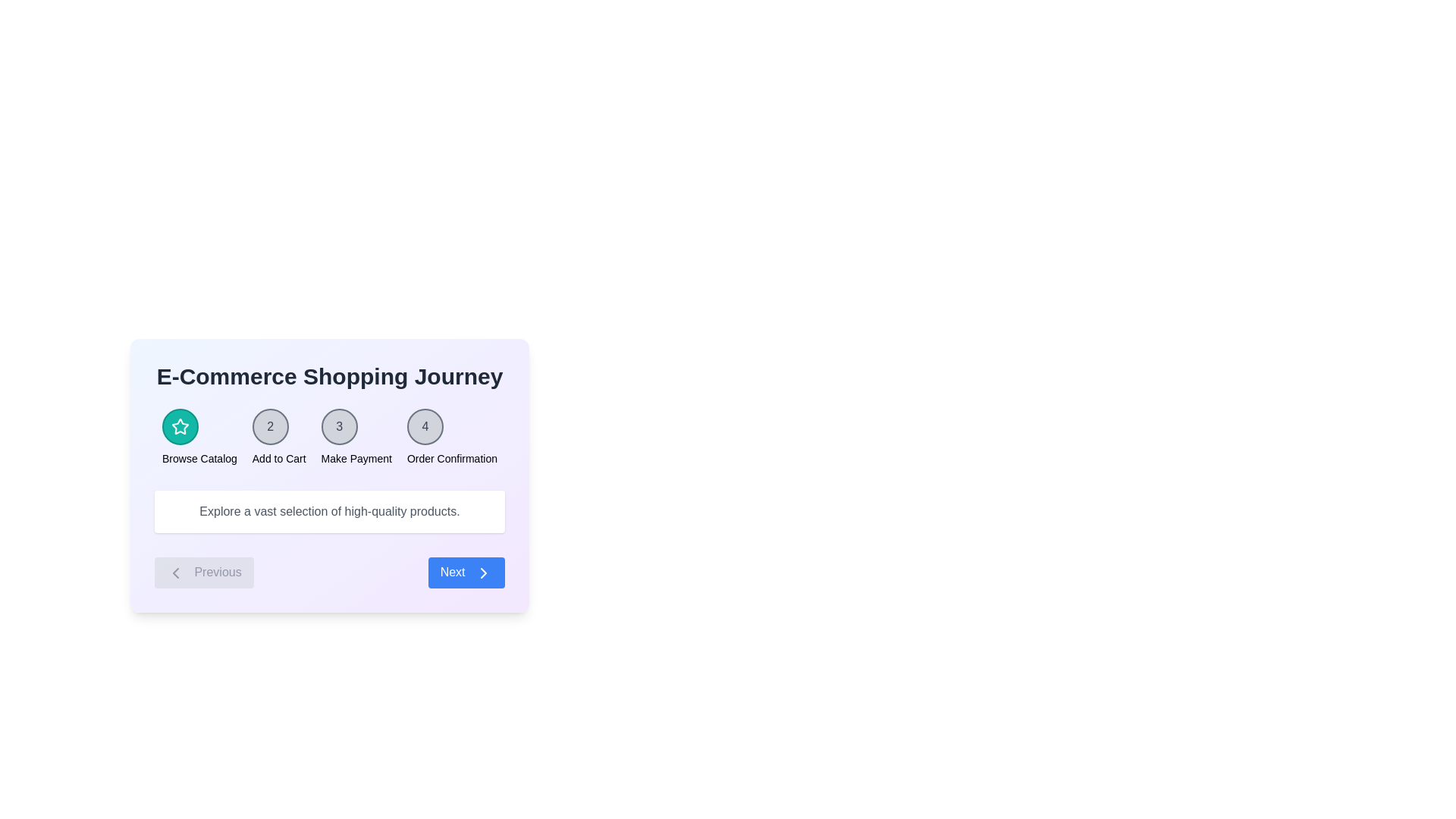 The height and width of the screenshot is (819, 1456). Describe the element at coordinates (279, 438) in the screenshot. I see `the step indicator component displaying the number '2' and the label 'Add to Cart', which is the second step in the process` at that location.